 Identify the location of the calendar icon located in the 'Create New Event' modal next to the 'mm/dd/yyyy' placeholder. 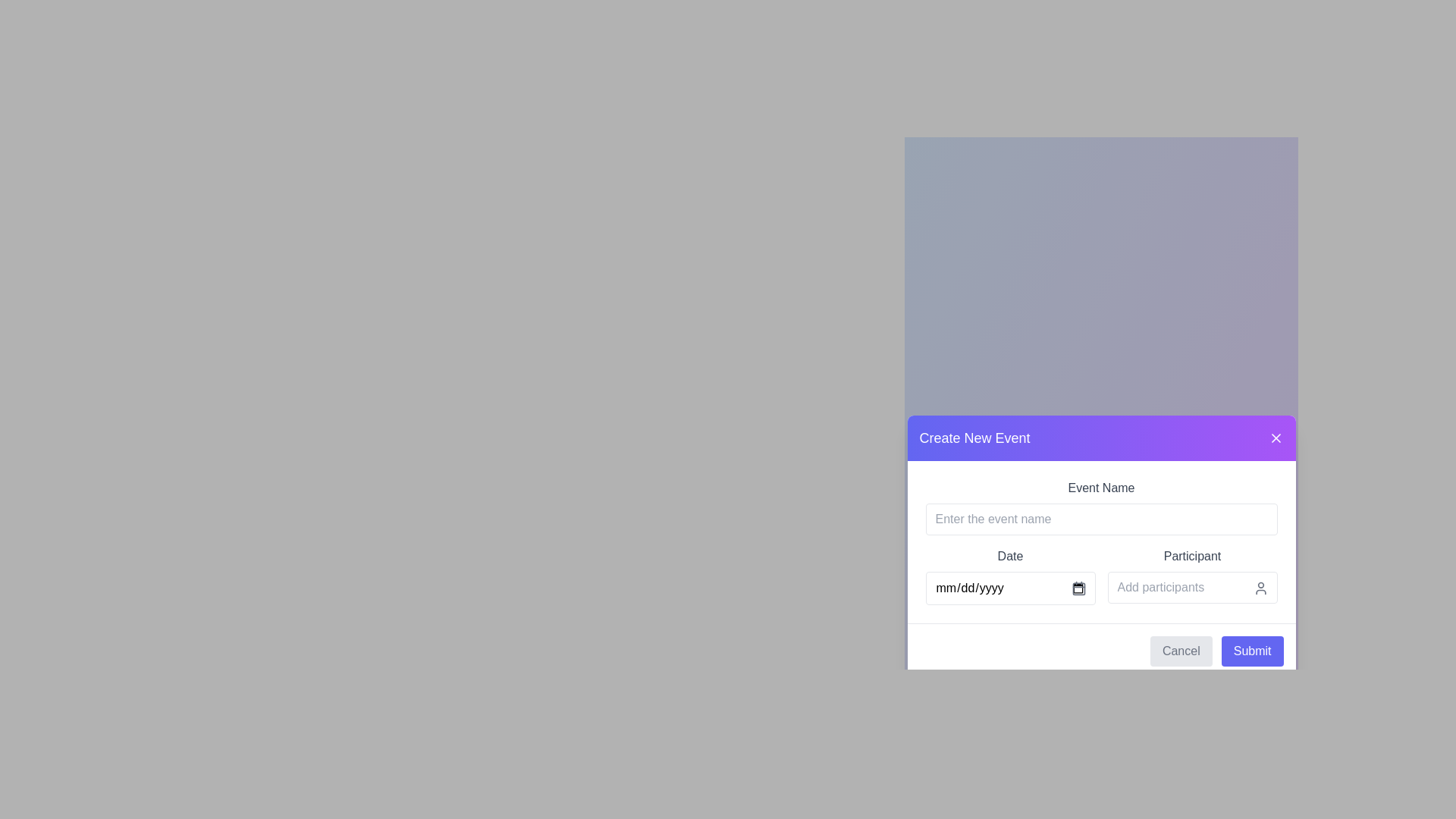
(1078, 588).